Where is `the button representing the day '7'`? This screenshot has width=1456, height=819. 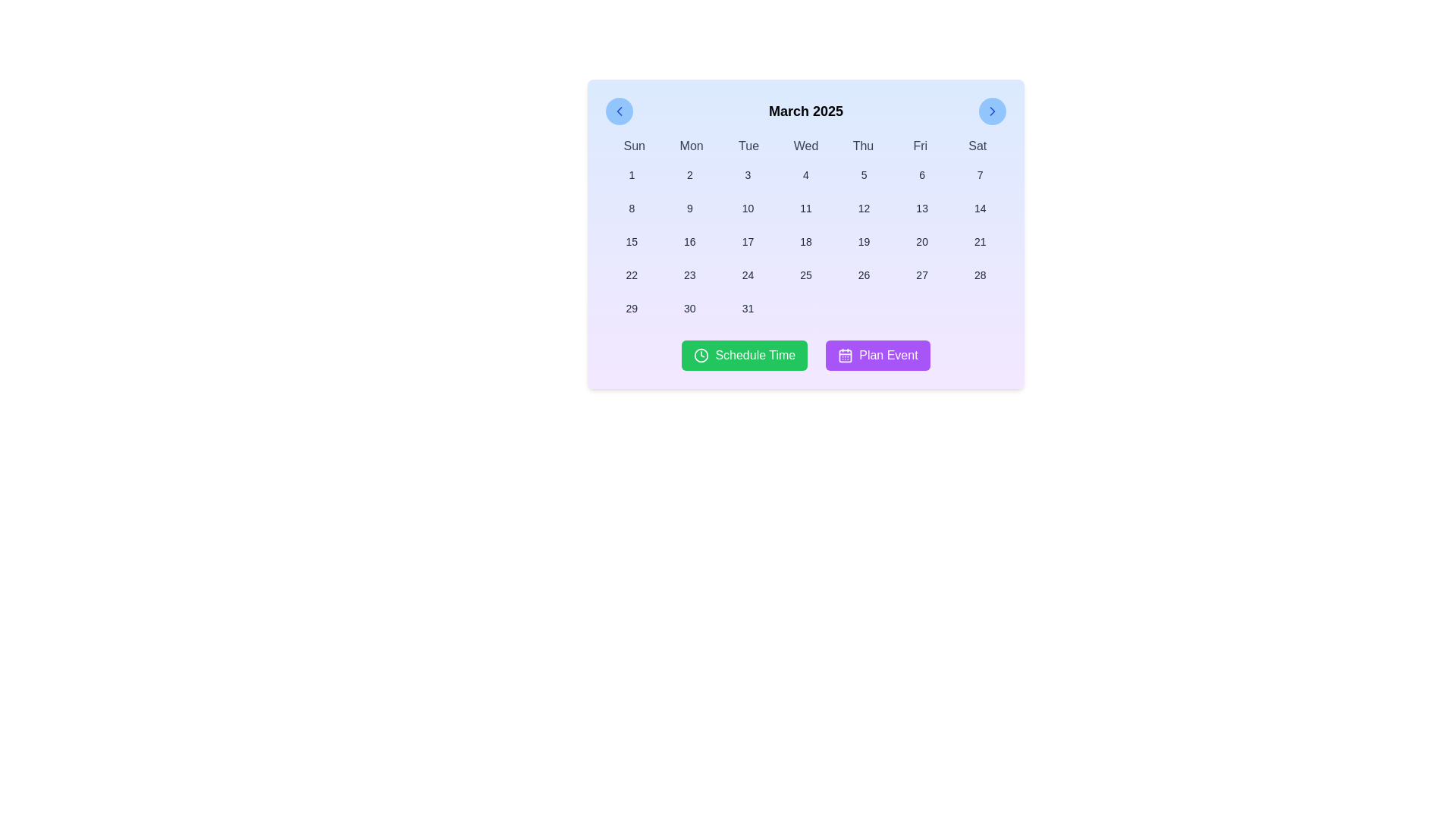 the button representing the day '7' is located at coordinates (980, 174).